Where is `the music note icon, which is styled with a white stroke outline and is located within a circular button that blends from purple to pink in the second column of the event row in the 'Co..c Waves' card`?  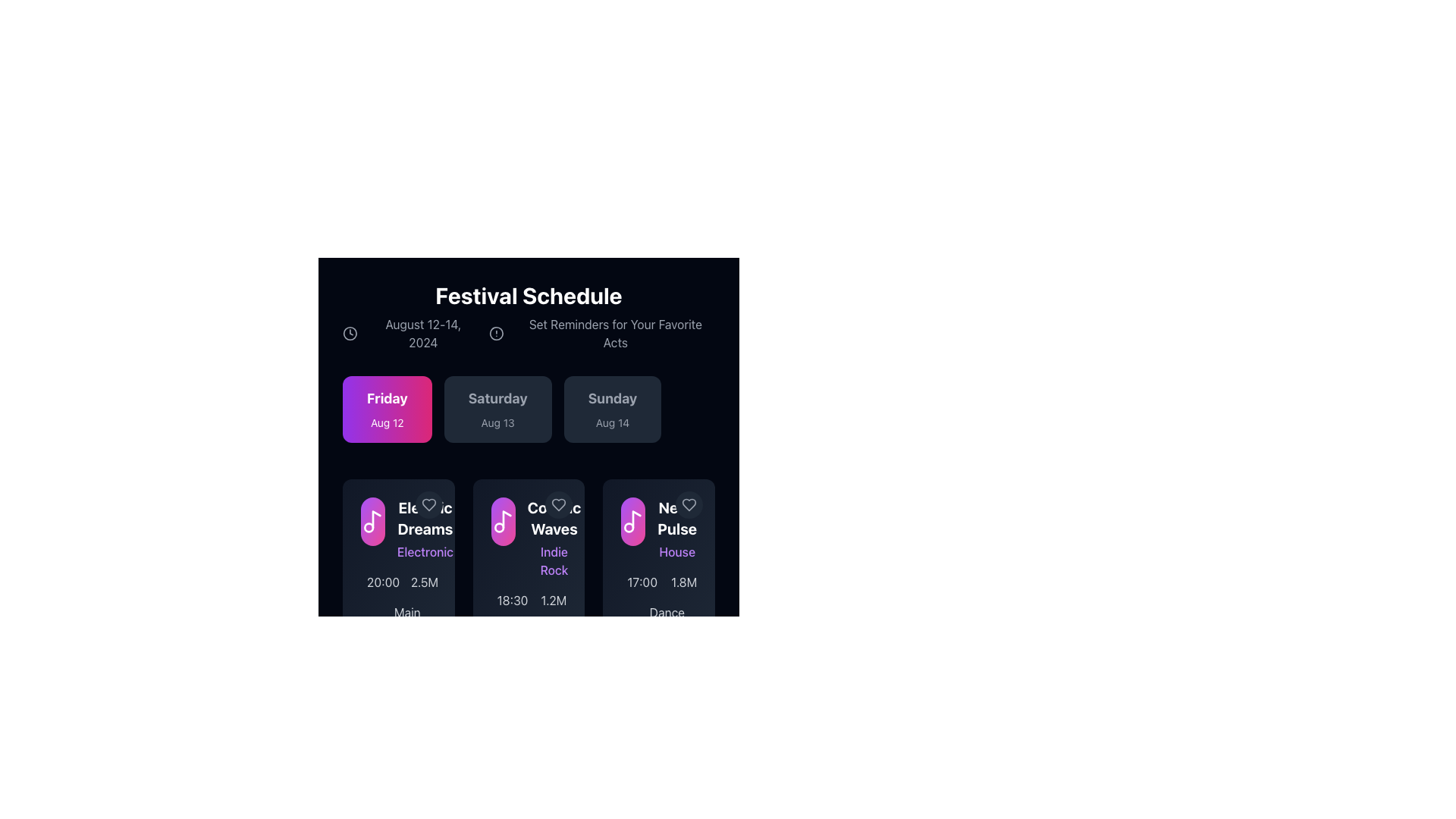 the music note icon, which is styled with a white stroke outline and is located within a circular button that blends from purple to pink in the second column of the event row in the 'Co..c Waves' card is located at coordinates (503, 520).